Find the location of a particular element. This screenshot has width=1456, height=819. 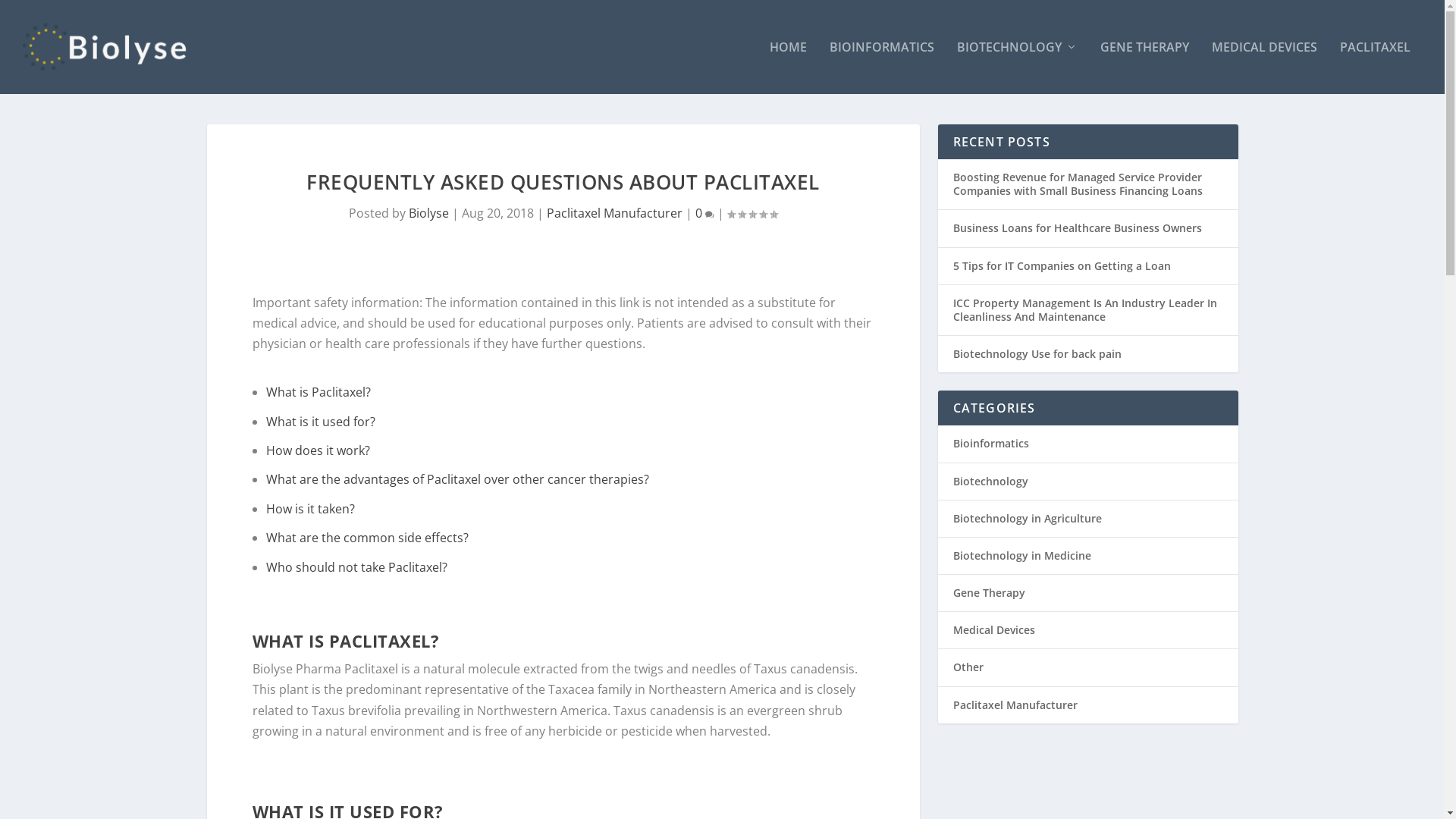

'PACLITAXEL' is located at coordinates (1375, 66).